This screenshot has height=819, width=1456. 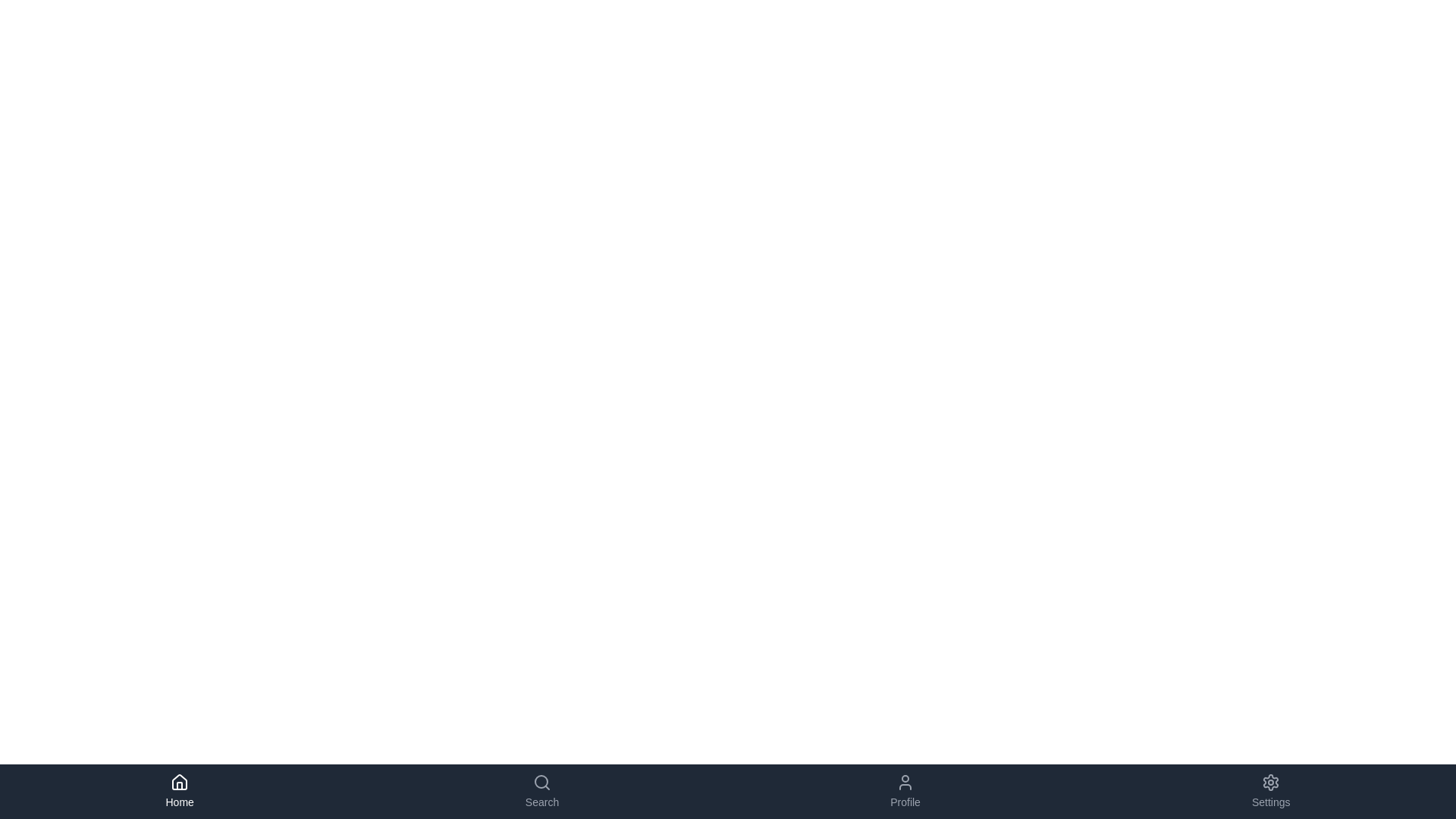 What do you see at coordinates (1271, 801) in the screenshot?
I see `the text label displaying 'Settings', which is located beneath a gear icon in the bottom navigation bar` at bounding box center [1271, 801].